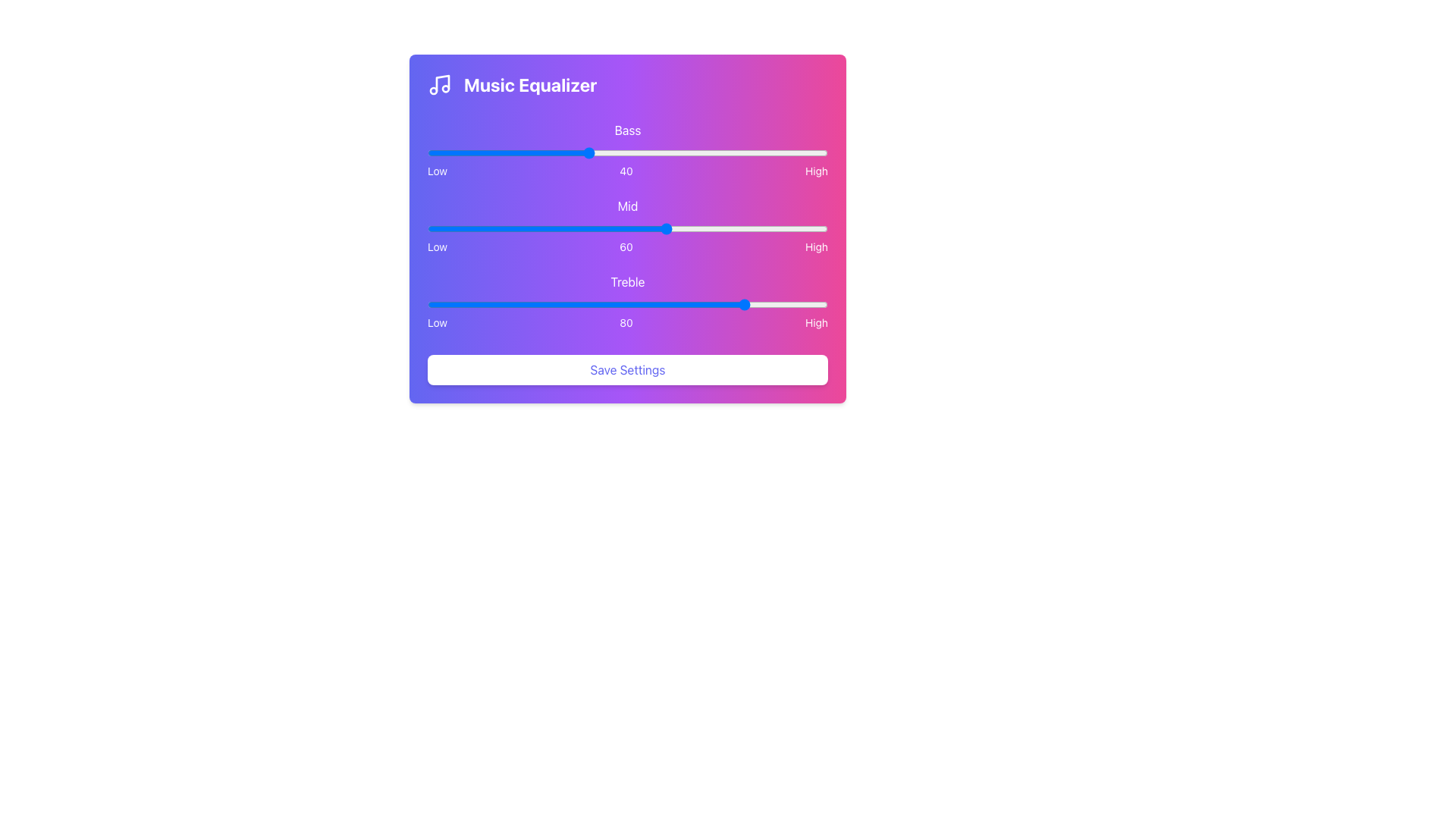 The height and width of the screenshot is (819, 1456). Describe the element at coordinates (436, 246) in the screenshot. I see `the Text label indicating the minimum value range on the equalizer control, positioned to the left of the number '60' and the label 'High'` at that location.